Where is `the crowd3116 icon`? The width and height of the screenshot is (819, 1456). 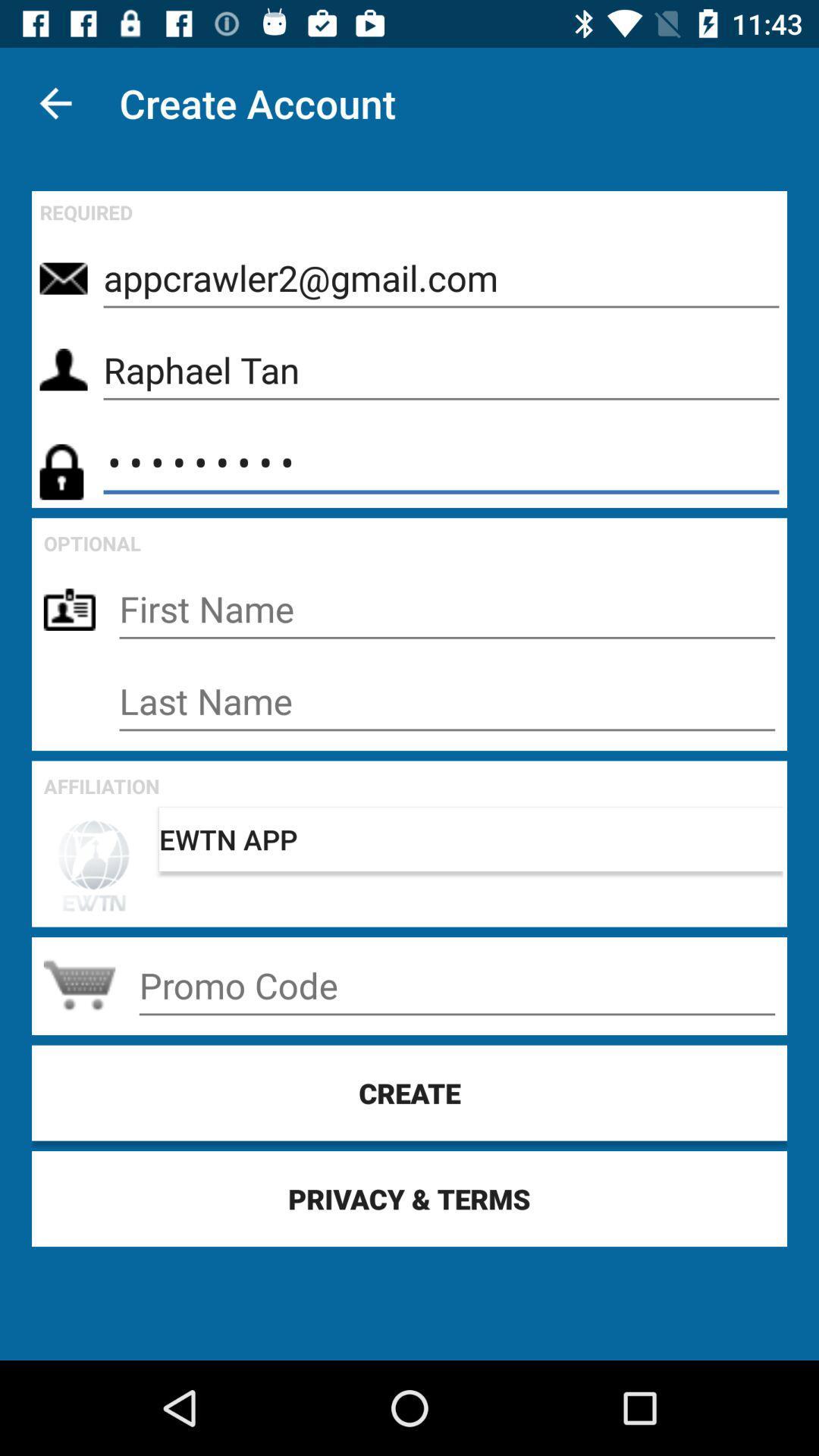 the crowd3116 icon is located at coordinates (441, 462).